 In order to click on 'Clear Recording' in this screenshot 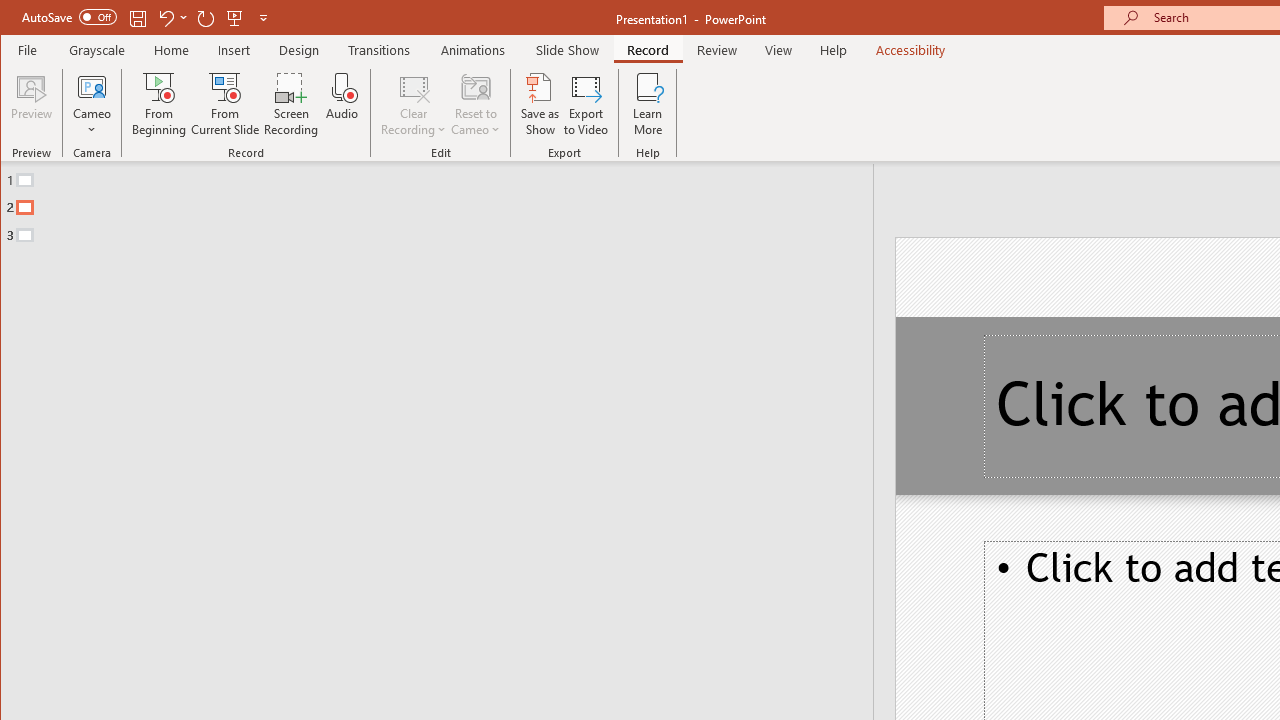, I will do `click(413, 104)`.